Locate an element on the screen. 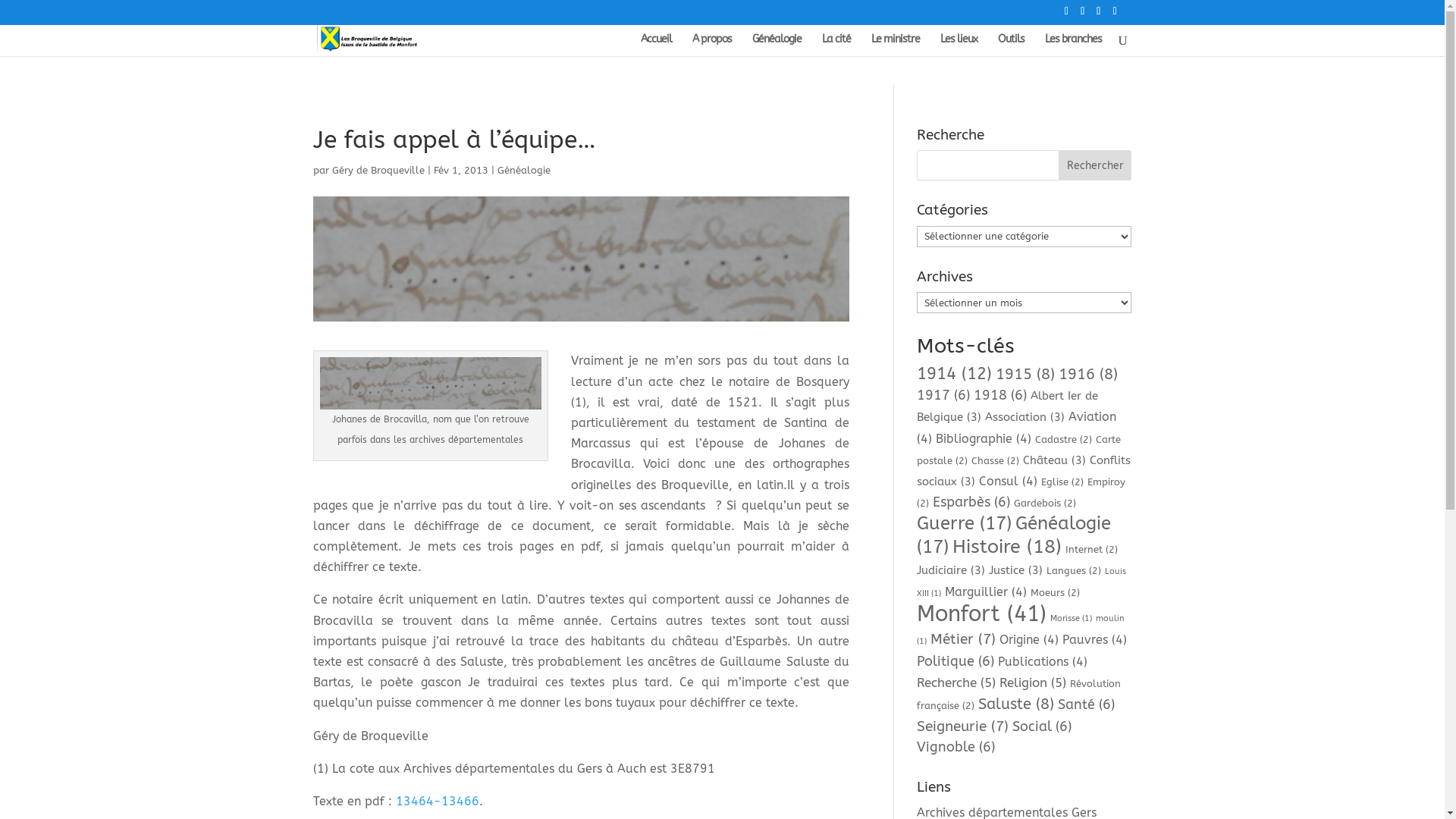 The width and height of the screenshot is (1456, 819). 'A propos' is located at coordinates (710, 44).